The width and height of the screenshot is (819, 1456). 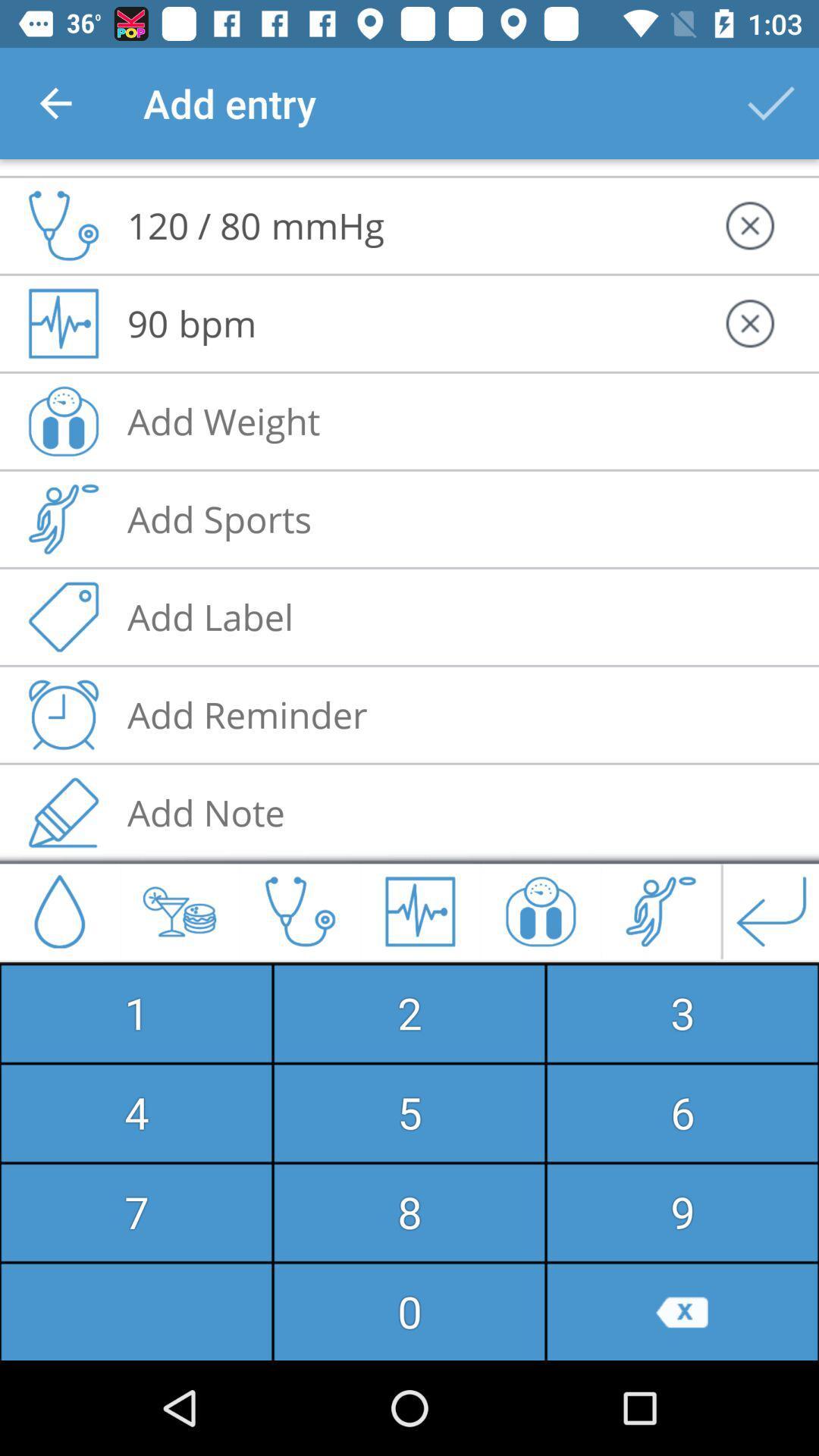 I want to click on the arrow_backward icon, so click(x=771, y=911).